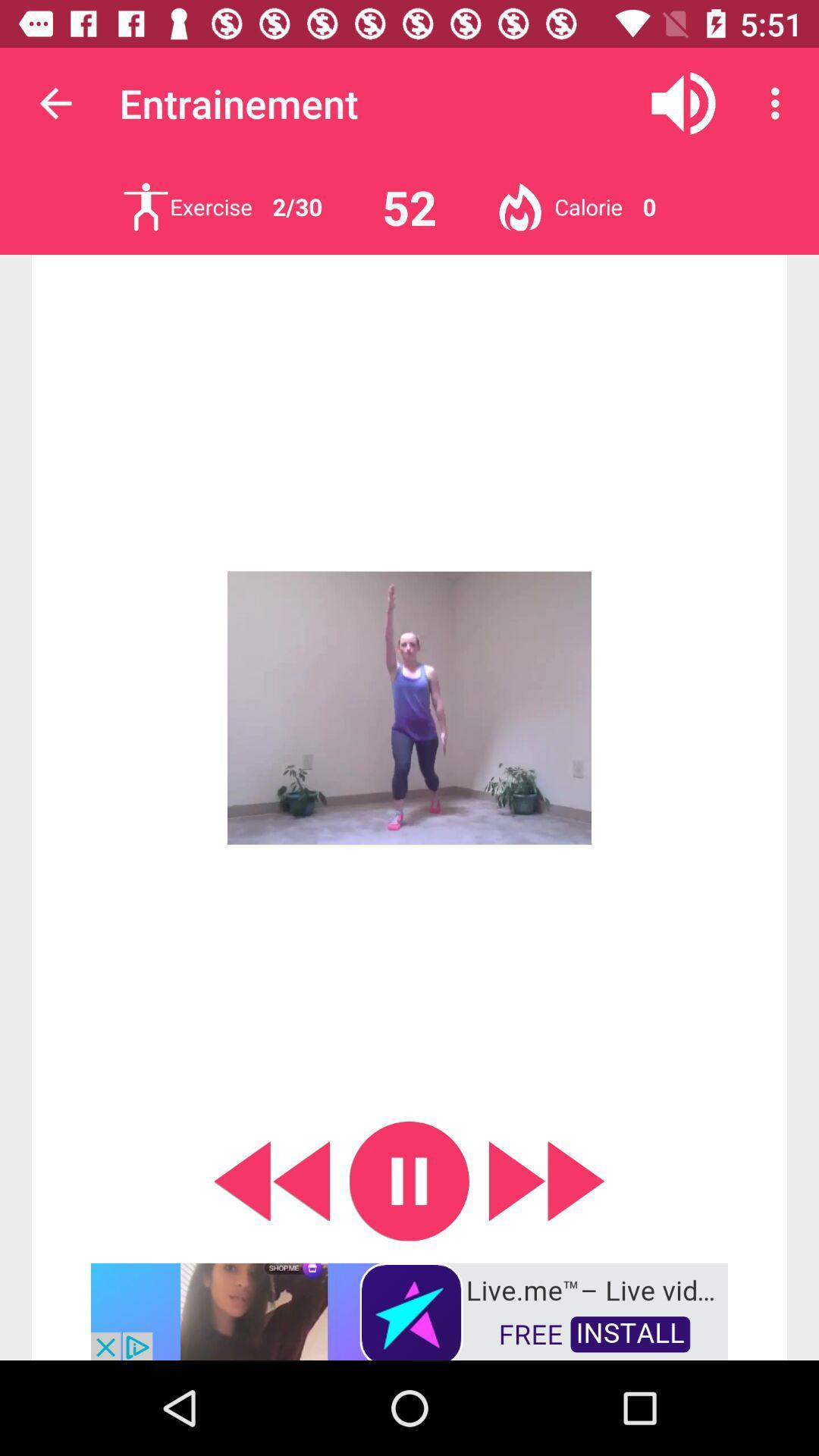  I want to click on the av_forward icon, so click(547, 1180).